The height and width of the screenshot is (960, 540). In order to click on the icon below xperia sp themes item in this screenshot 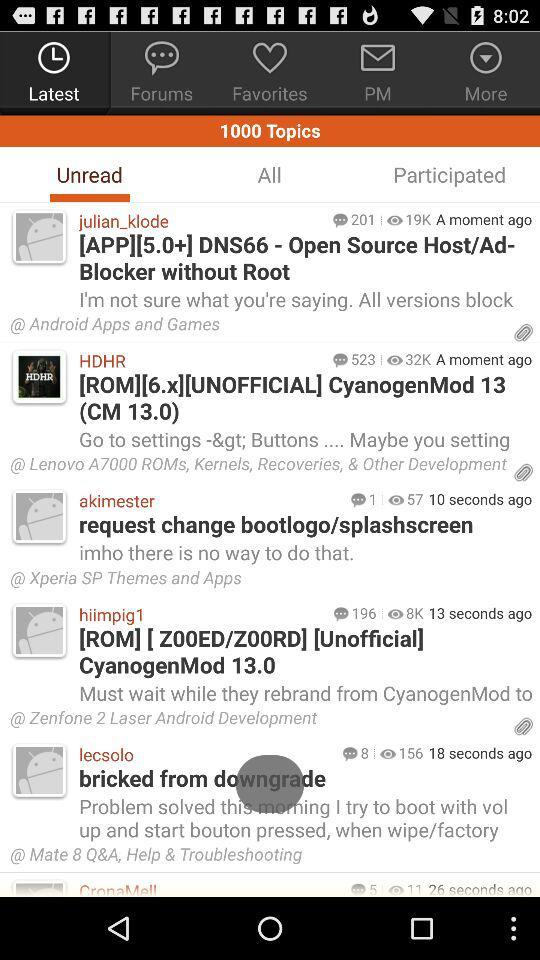, I will do `click(413, 611)`.